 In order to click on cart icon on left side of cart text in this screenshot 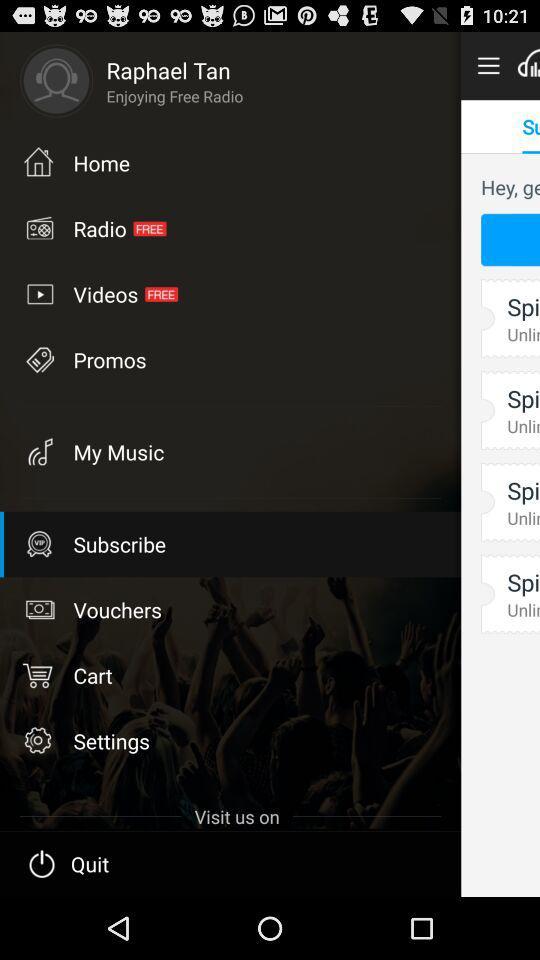, I will do `click(38, 674)`.